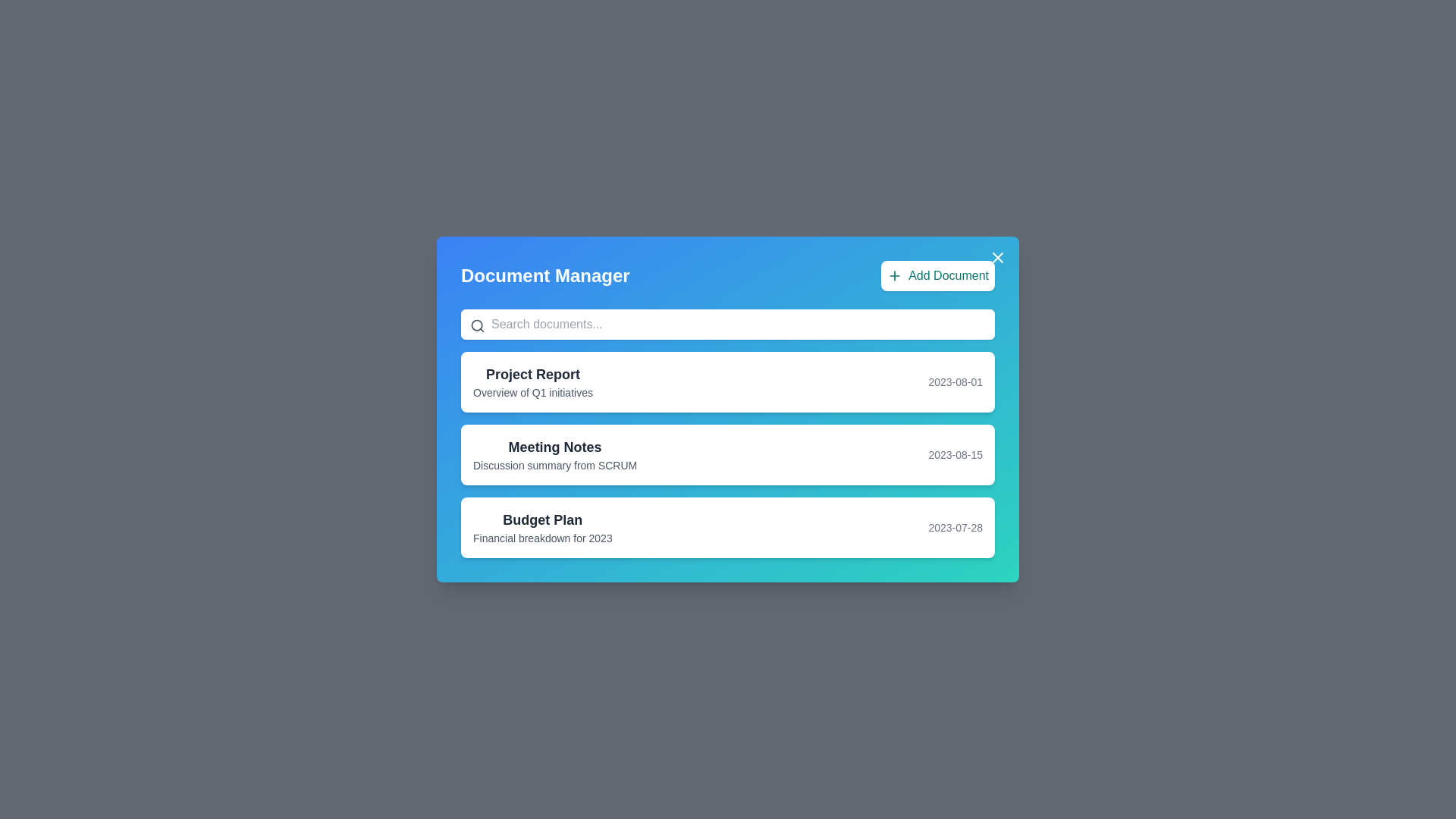  I want to click on the close button in the top-right corner of the dialog, so click(997, 256).